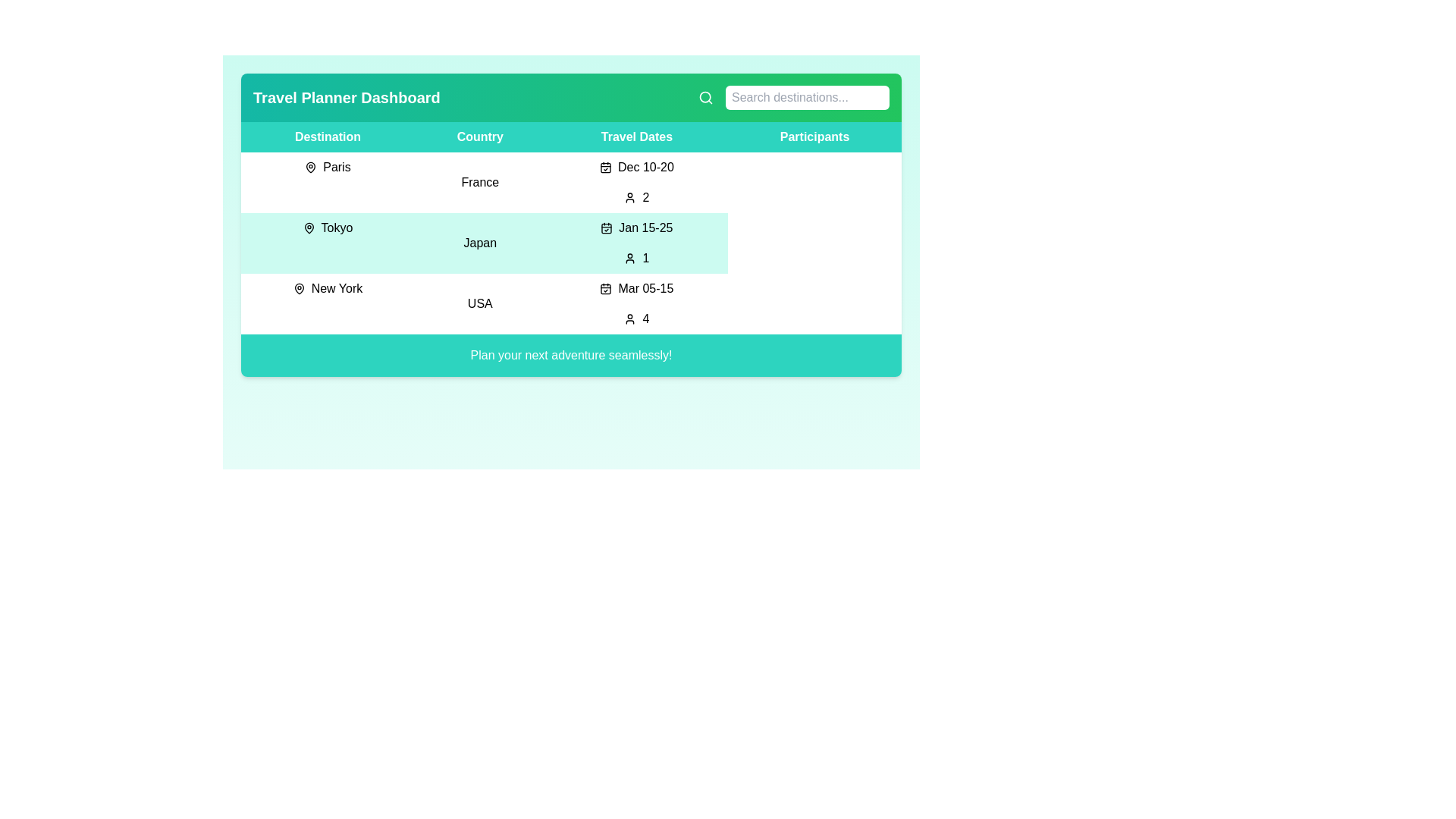  Describe the element at coordinates (605, 289) in the screenshot. I see `the main body rectangle of the calendar icon, which is a rounded rectangle styled in a monochromatic color scheme, located near the center of the icon and to the left of the 'Travel Dates' column in the table` at that location.